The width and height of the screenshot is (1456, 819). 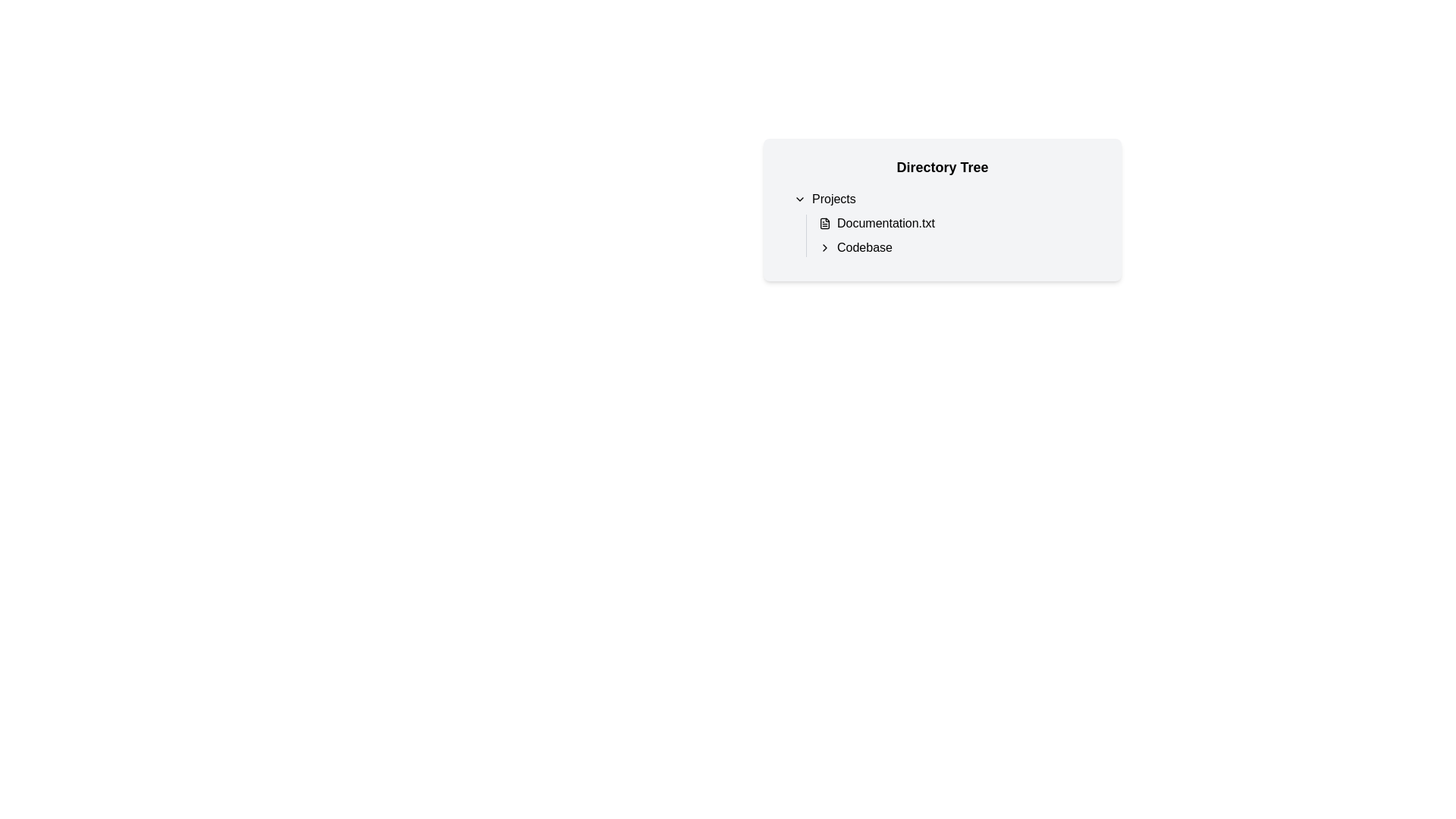 What do you see at coordinates (942, 223) in the screenshot?
I see `the list item labeled 'Documentation.txt' within the 'Projects' section of the directory tree` at bounding box center [942, 223].